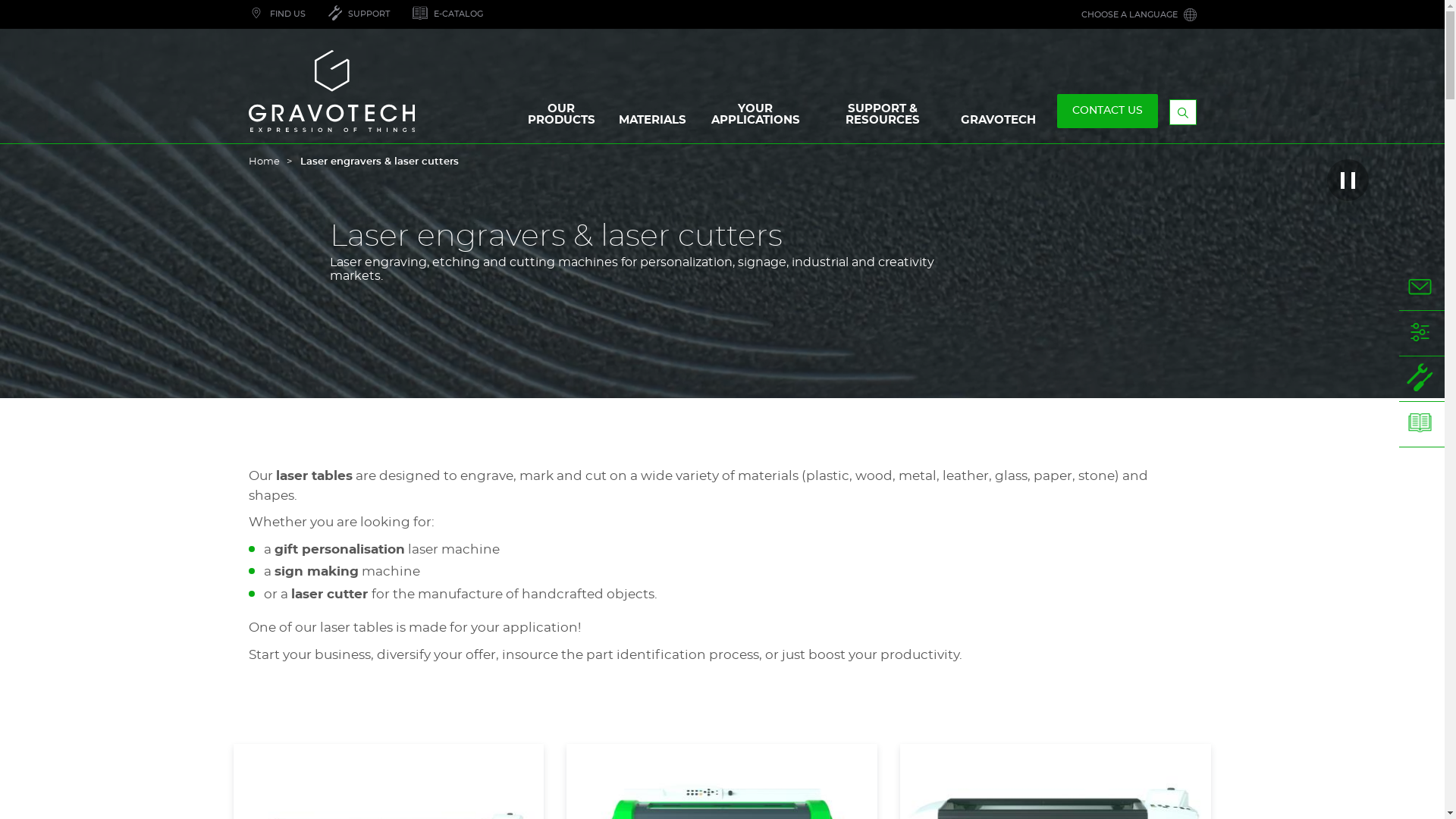 The height and width of the screenshot is (819, 1456). I want to click on 'Display the searchbar', so click(1182, 111).